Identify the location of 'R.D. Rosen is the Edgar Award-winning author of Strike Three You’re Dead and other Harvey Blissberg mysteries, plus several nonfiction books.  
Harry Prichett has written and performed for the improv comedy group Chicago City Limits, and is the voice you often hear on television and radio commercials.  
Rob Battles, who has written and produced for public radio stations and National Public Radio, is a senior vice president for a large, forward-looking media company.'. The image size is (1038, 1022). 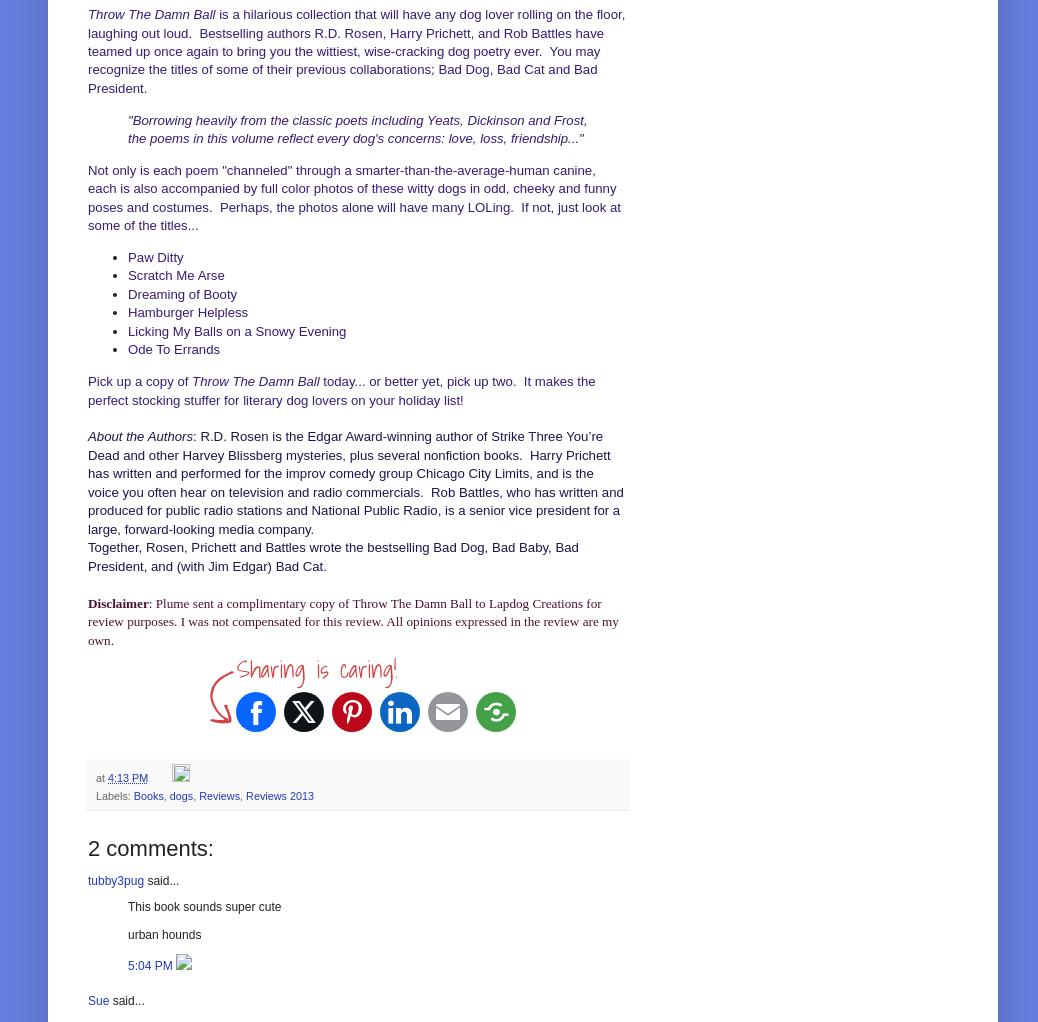
(355, 482).